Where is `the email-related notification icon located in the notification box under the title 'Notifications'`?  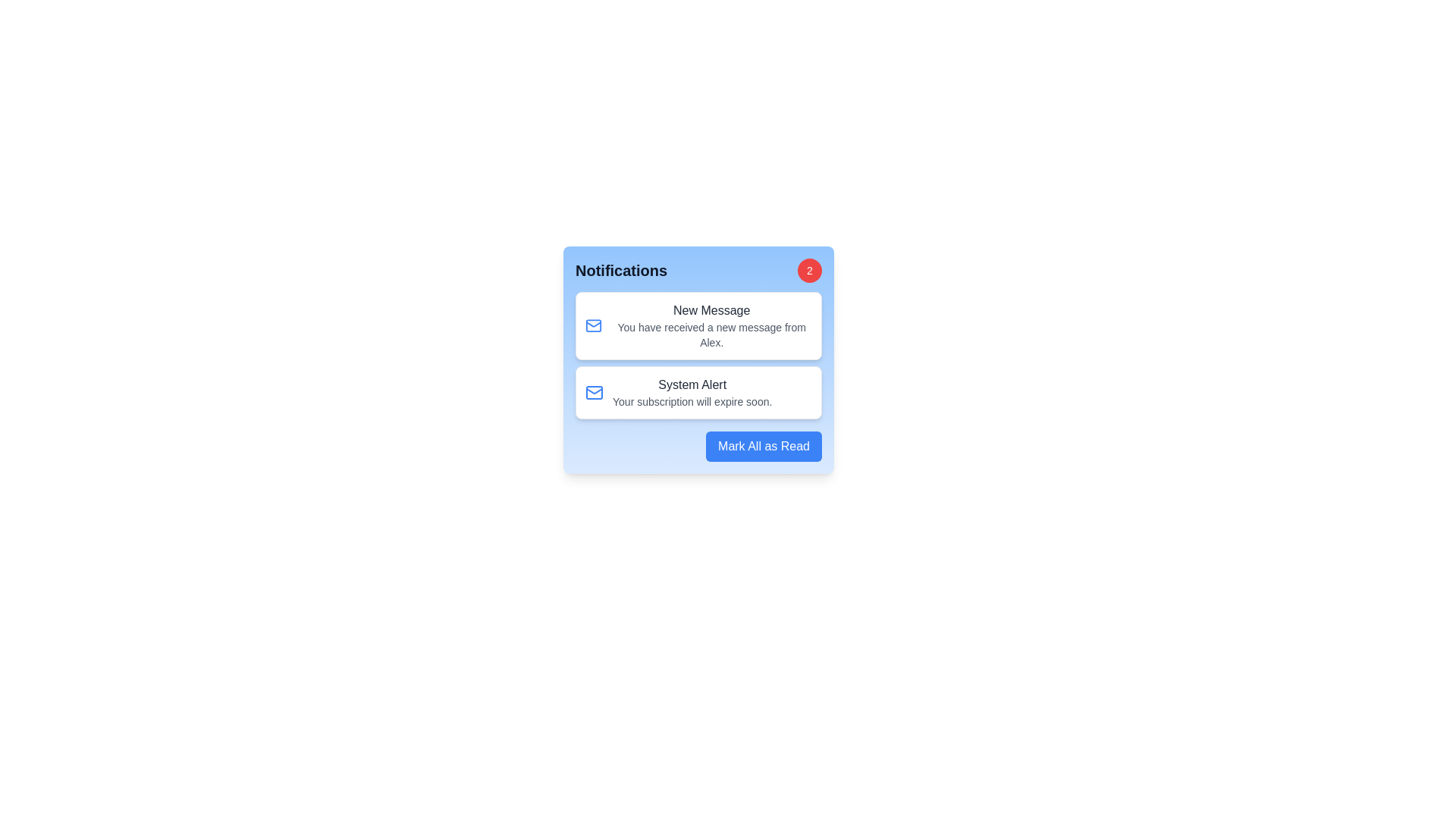 the email-related notification icon located in the notification box under the title 'Notifications' is located at coordinates (593, 391).